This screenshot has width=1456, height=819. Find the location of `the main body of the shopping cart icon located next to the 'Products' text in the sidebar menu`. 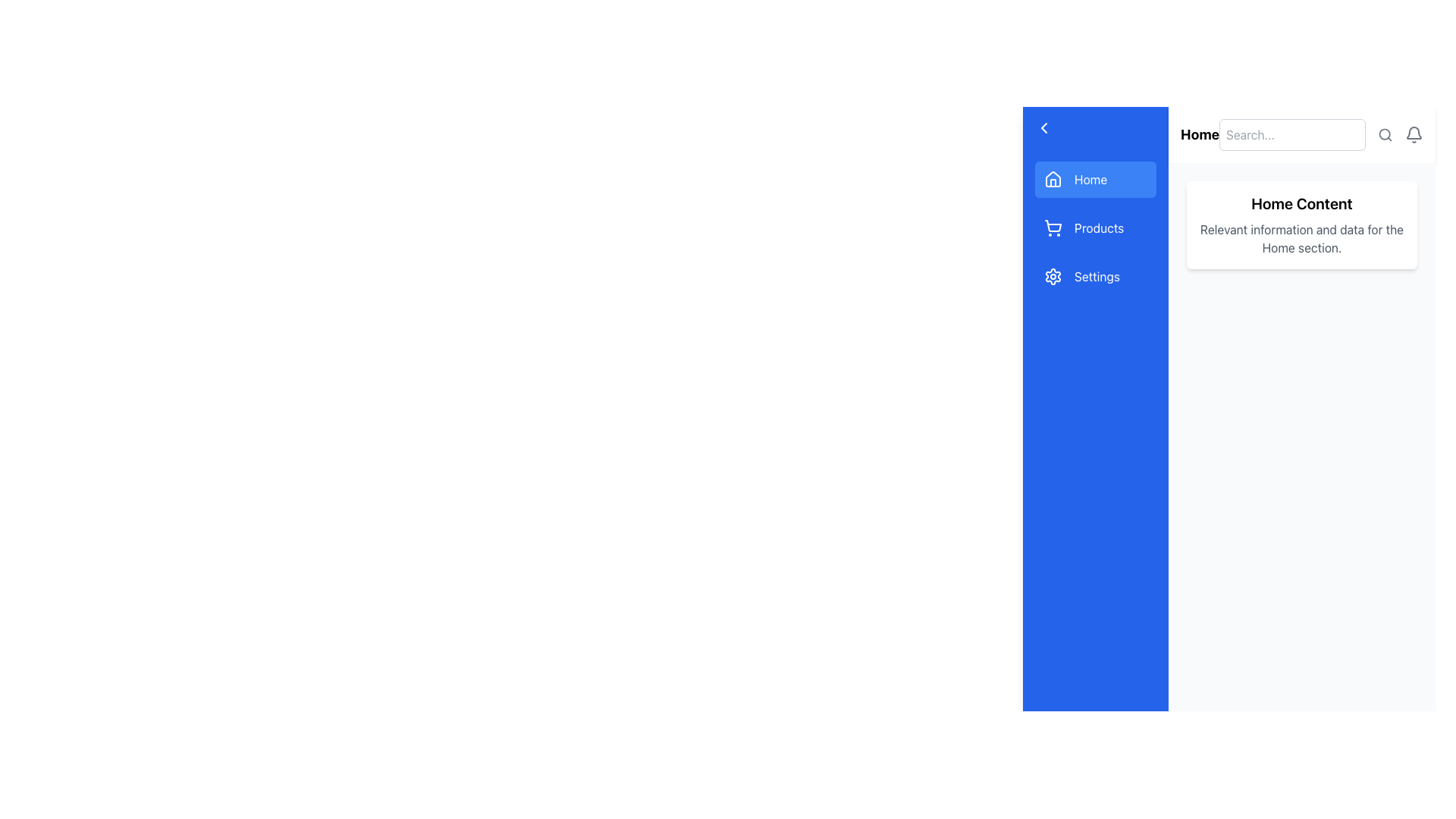

the main body of the shopping cart icon located next to the 'Products' text in the sidebar menu is located at coordinates (1052, 225).